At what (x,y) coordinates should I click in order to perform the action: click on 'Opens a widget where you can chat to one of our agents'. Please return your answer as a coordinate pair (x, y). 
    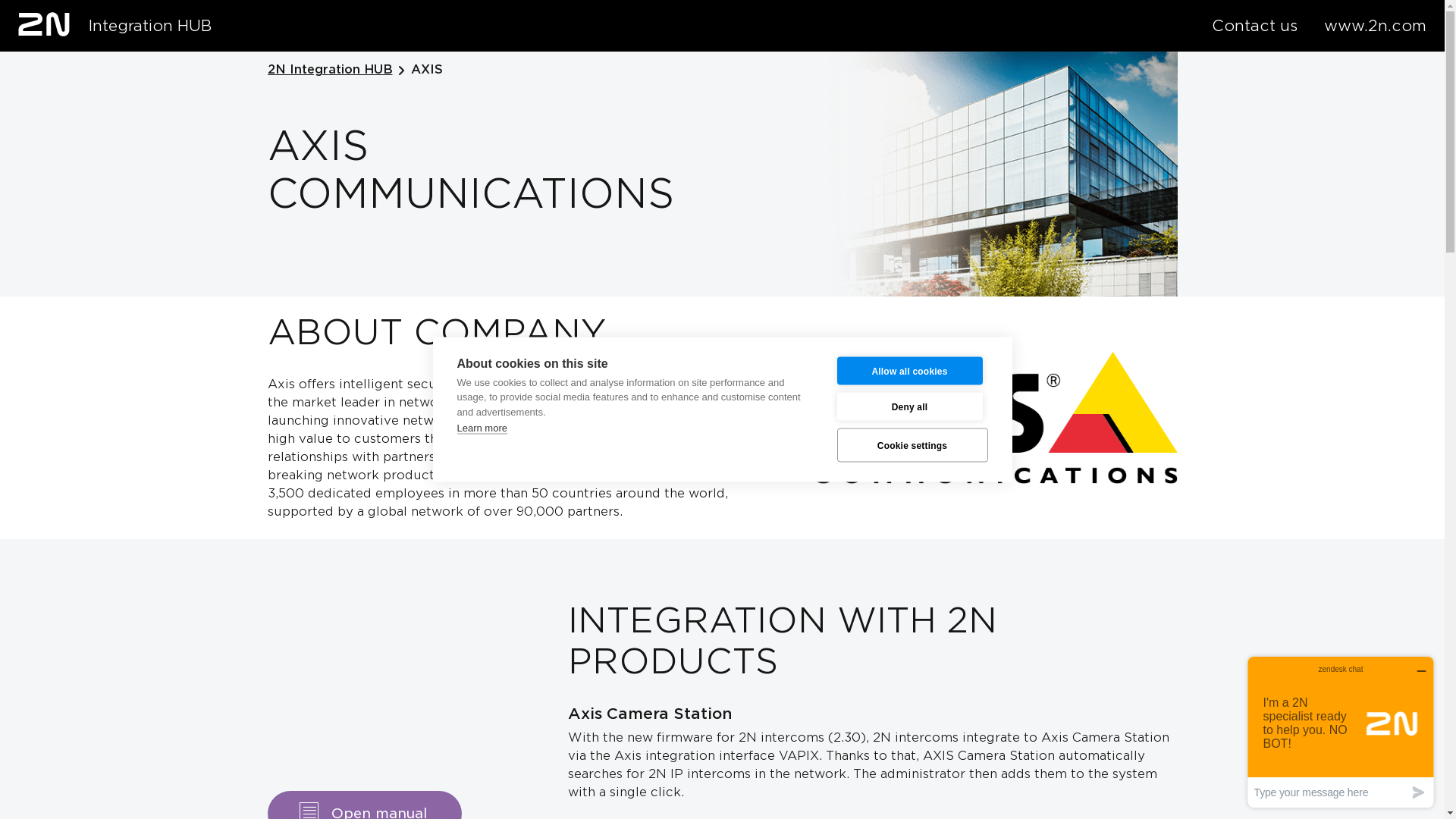
    Looking at the image, I should click on (1340, 731).